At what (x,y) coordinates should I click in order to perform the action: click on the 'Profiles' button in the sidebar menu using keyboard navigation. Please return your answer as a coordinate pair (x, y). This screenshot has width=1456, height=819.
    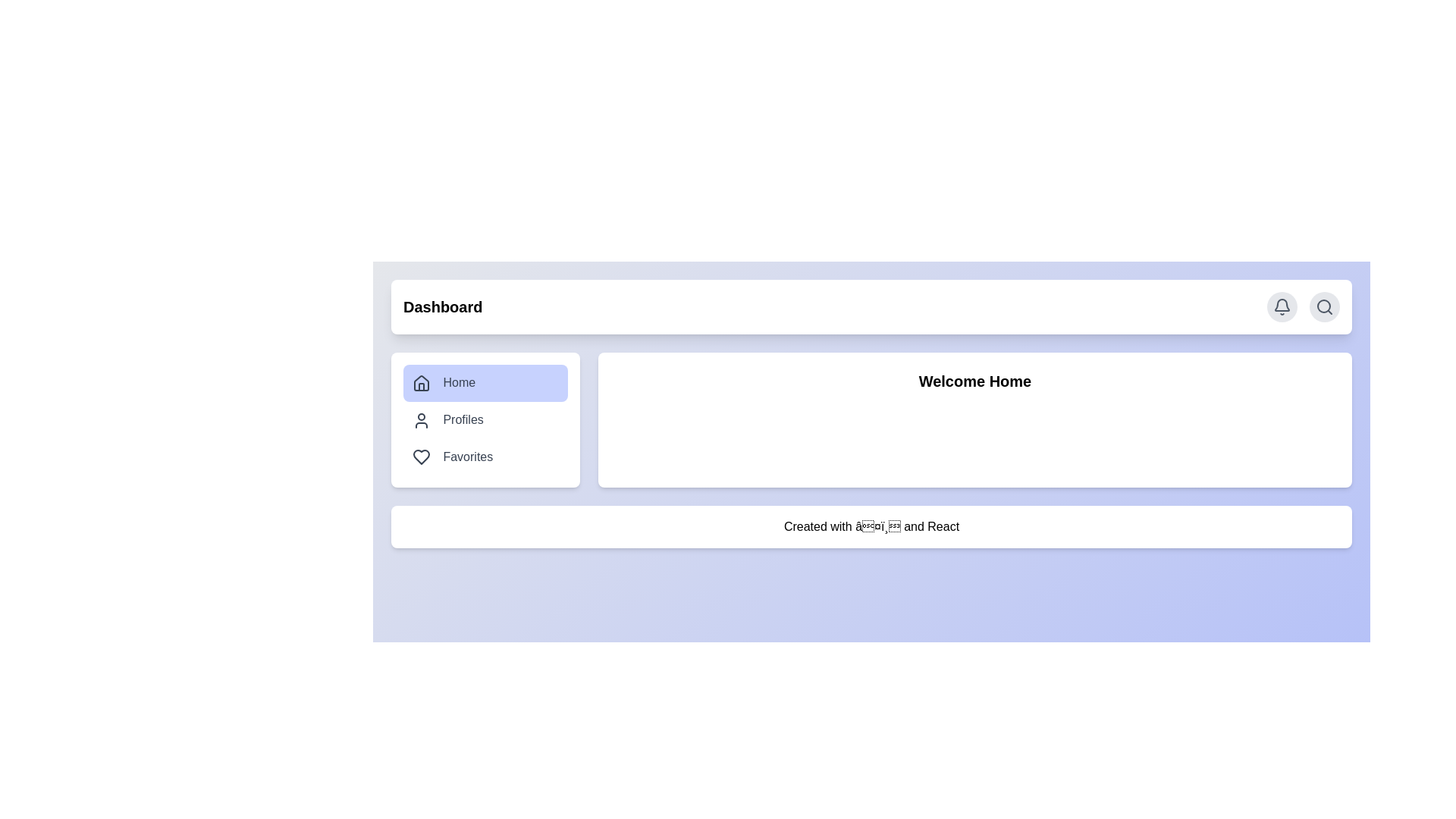
    Looking at the image, I should click on (485, 420).